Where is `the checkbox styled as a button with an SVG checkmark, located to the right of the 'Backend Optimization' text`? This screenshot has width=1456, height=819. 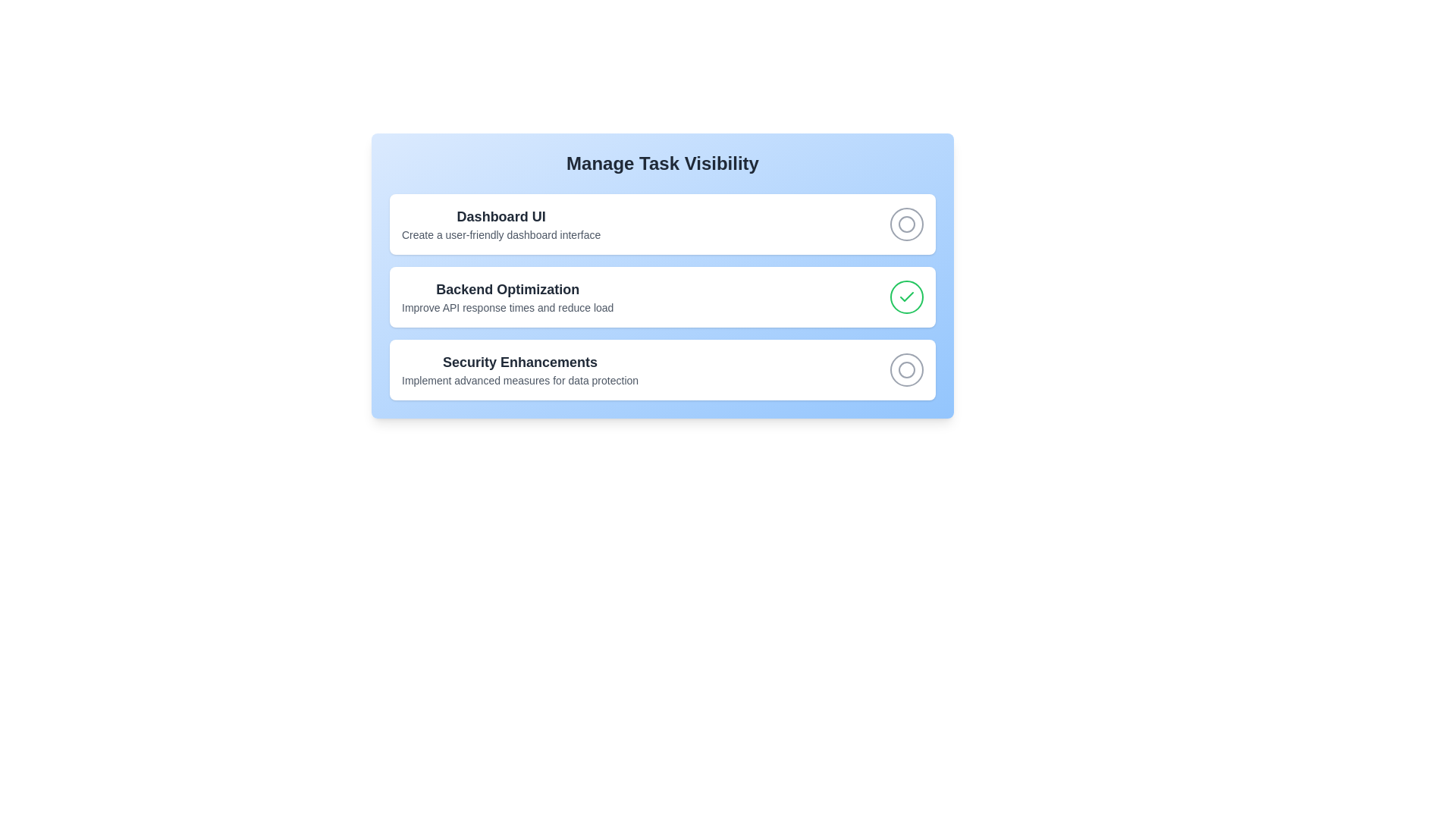
the checkbox styled as a button with an SVG checkmark, located to the right of the 'Backend Optimization' text is located at coordinates (906, 297).